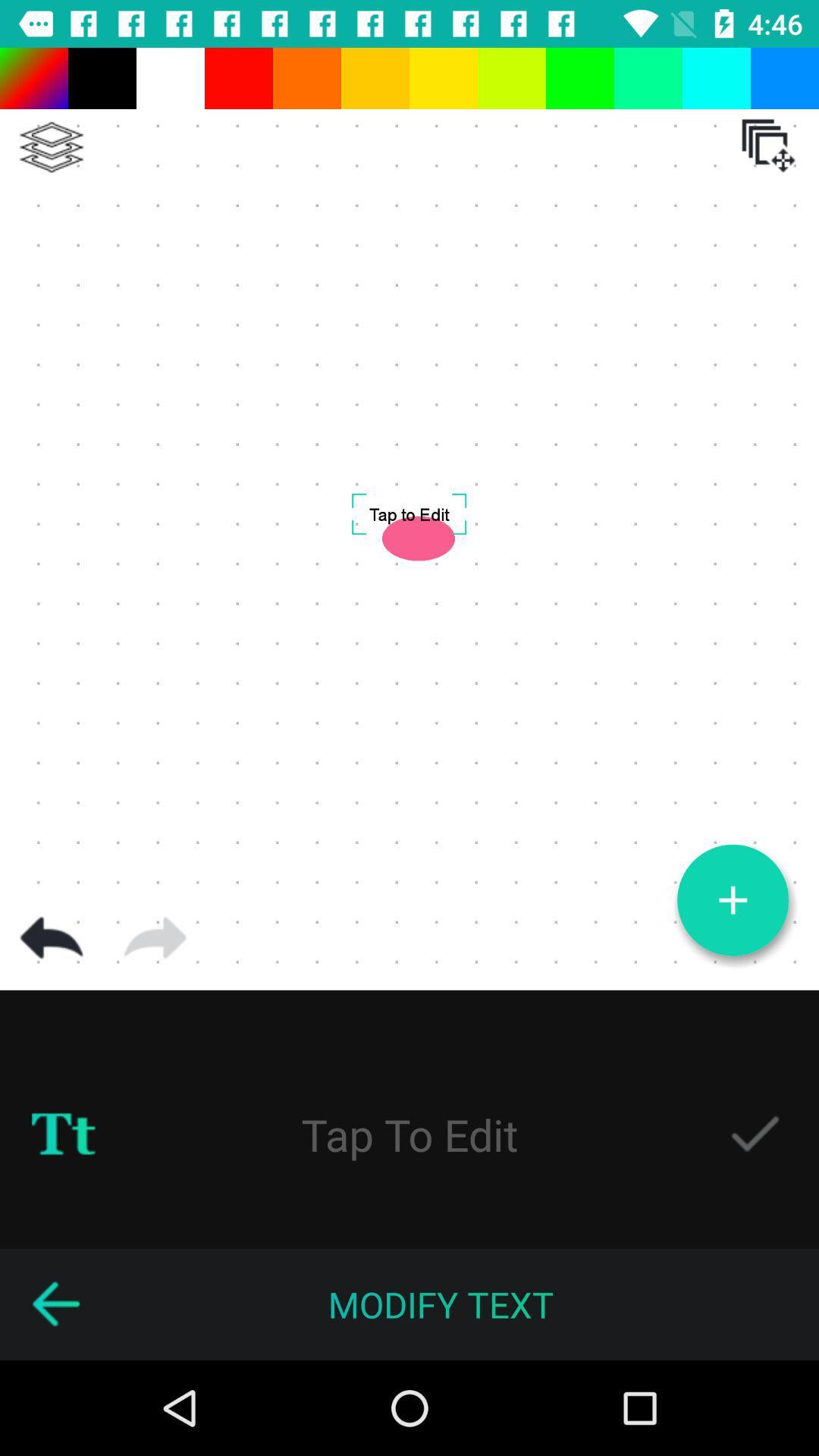 The width and height of the screenshot is (819, 1456). Describe the element at coordinates (755, 1134) in the screenshot. I see `right button on bottom of the page` at that location.